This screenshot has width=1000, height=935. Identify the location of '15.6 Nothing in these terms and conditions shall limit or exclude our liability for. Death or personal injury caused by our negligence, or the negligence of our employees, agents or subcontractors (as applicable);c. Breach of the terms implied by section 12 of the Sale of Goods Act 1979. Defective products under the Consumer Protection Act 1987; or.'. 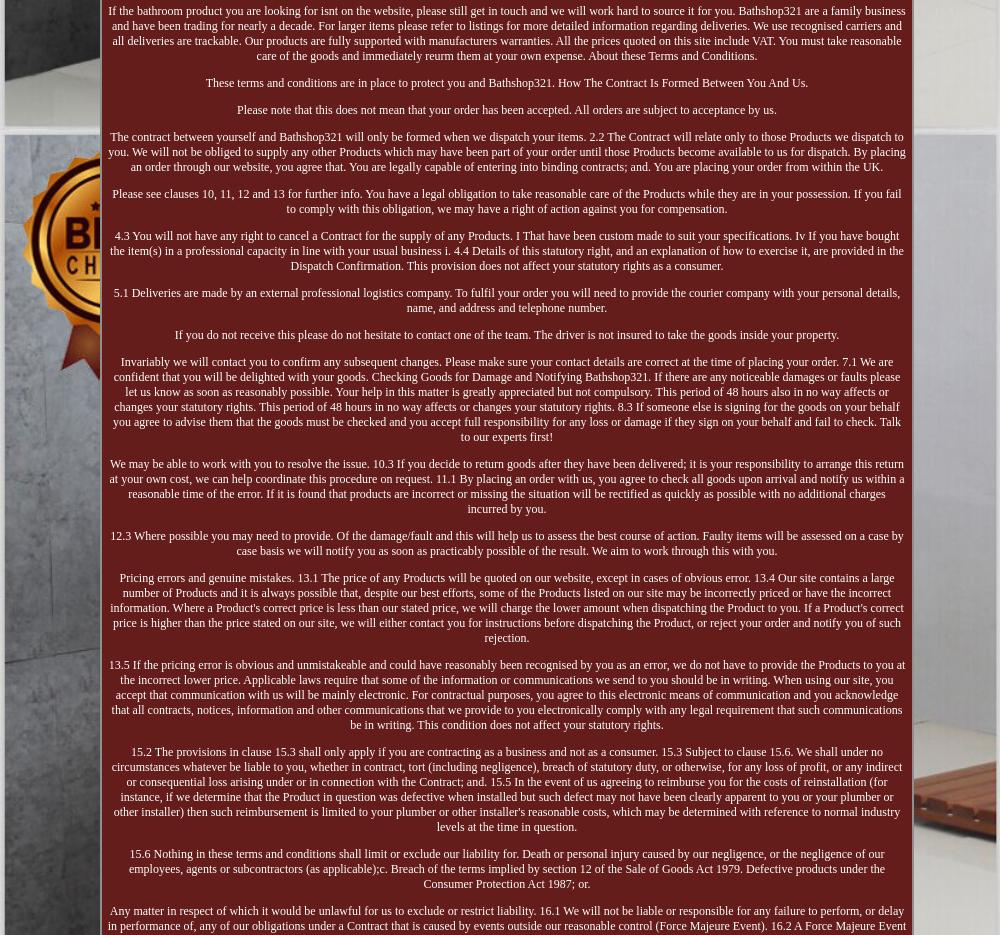
(128, 866).